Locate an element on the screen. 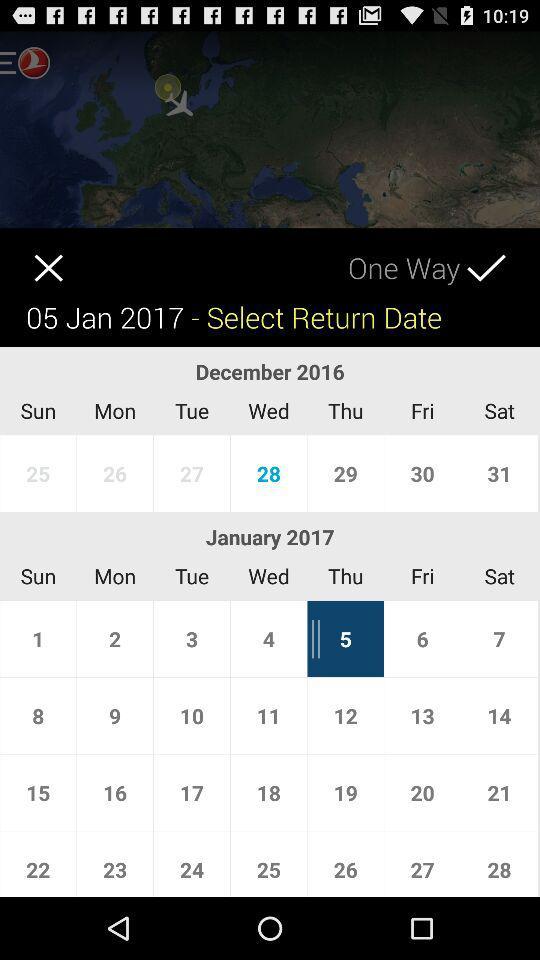 The width and height of the screenshot is (540, 960). close is located at coordinates (30, 253).